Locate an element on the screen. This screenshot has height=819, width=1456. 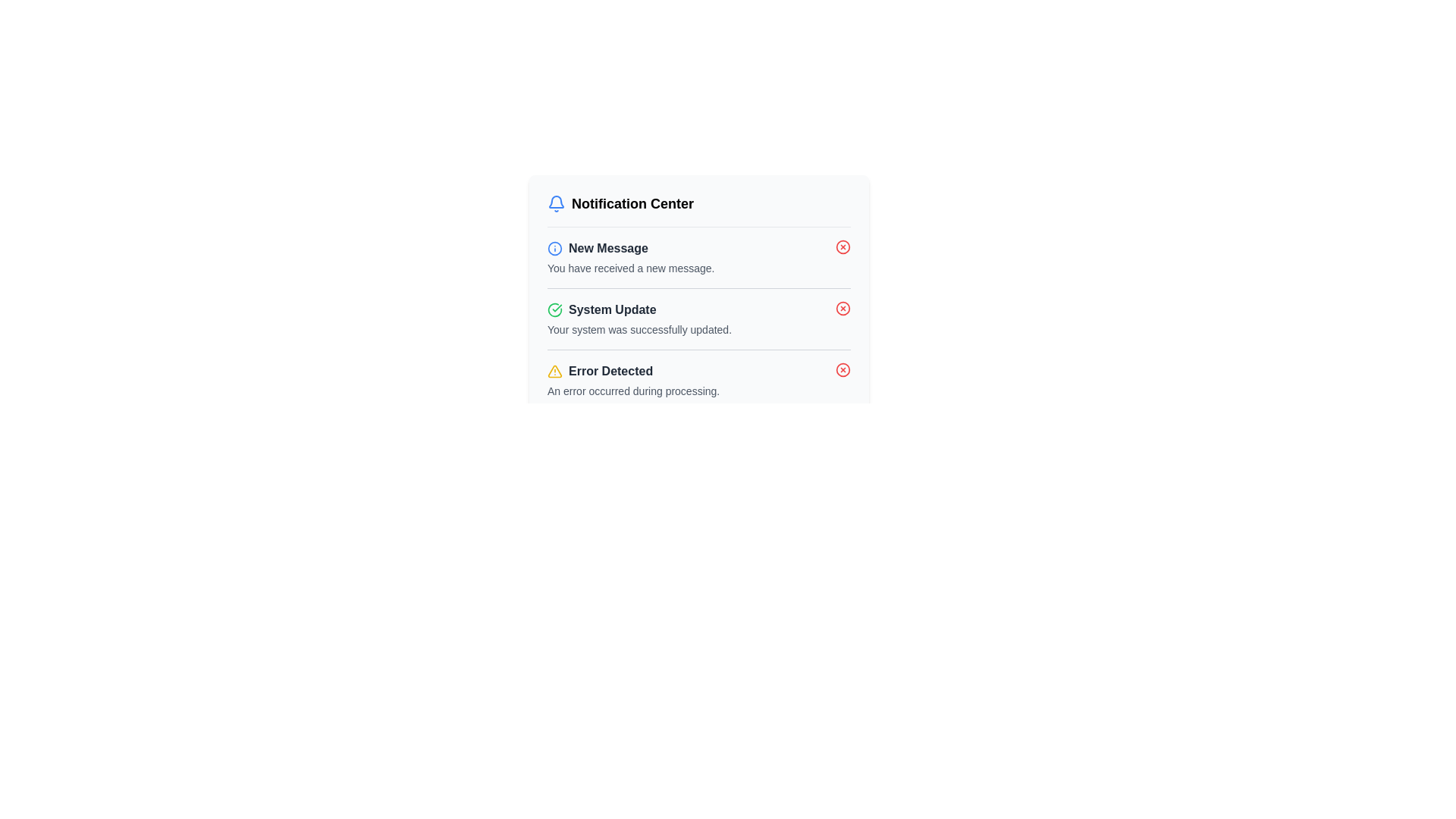
the triangular warning icon with yellow borders and a hollow center that features a yellow exclamation mark, located to the left of the text 'Error Detected' is located at coordinates (554, 371).